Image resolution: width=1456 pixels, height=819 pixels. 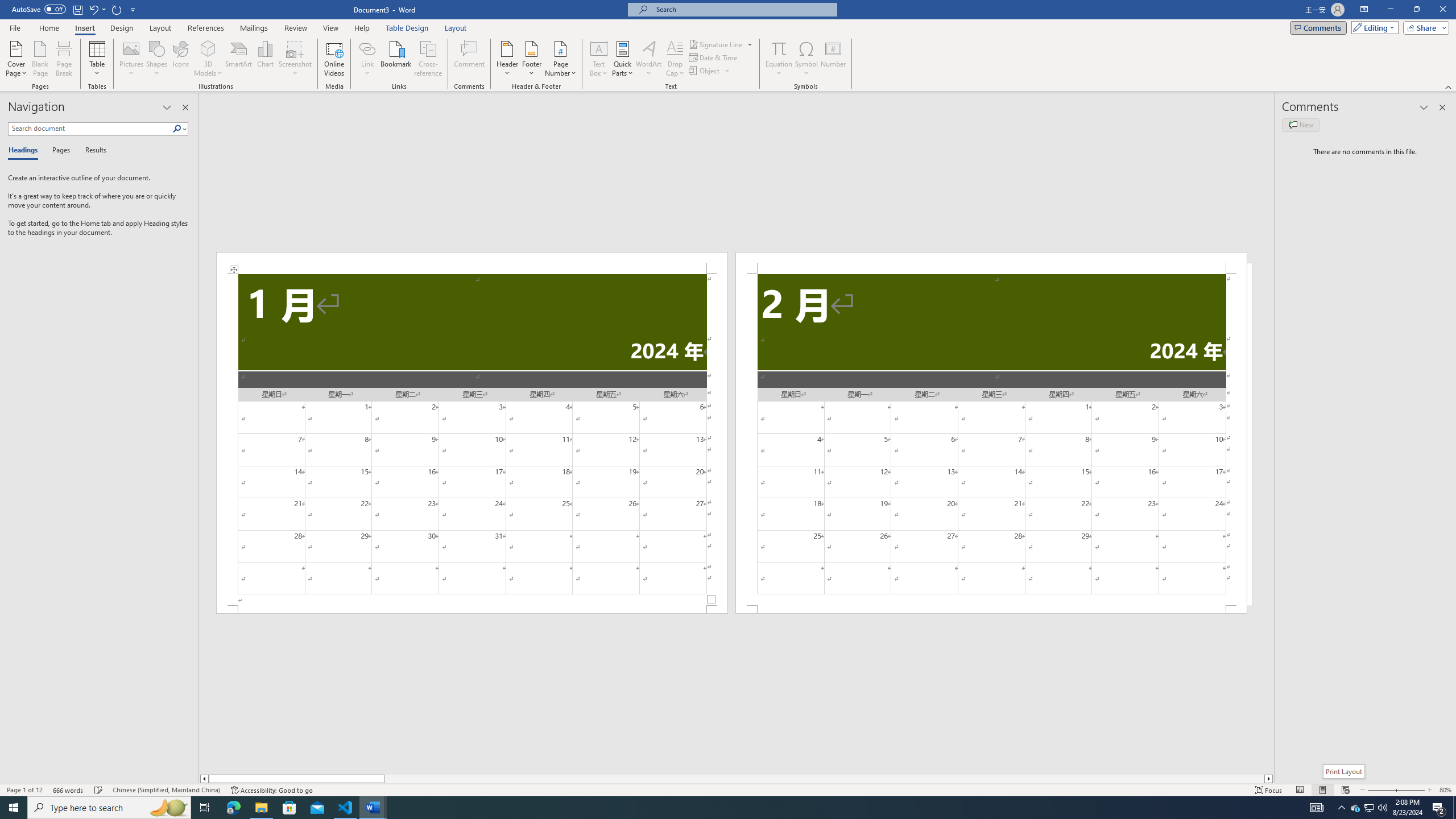 What do you see at coordinates (208, 48) in the screenshot?
I see `'3D Models'` at bounding box center [208, 48].